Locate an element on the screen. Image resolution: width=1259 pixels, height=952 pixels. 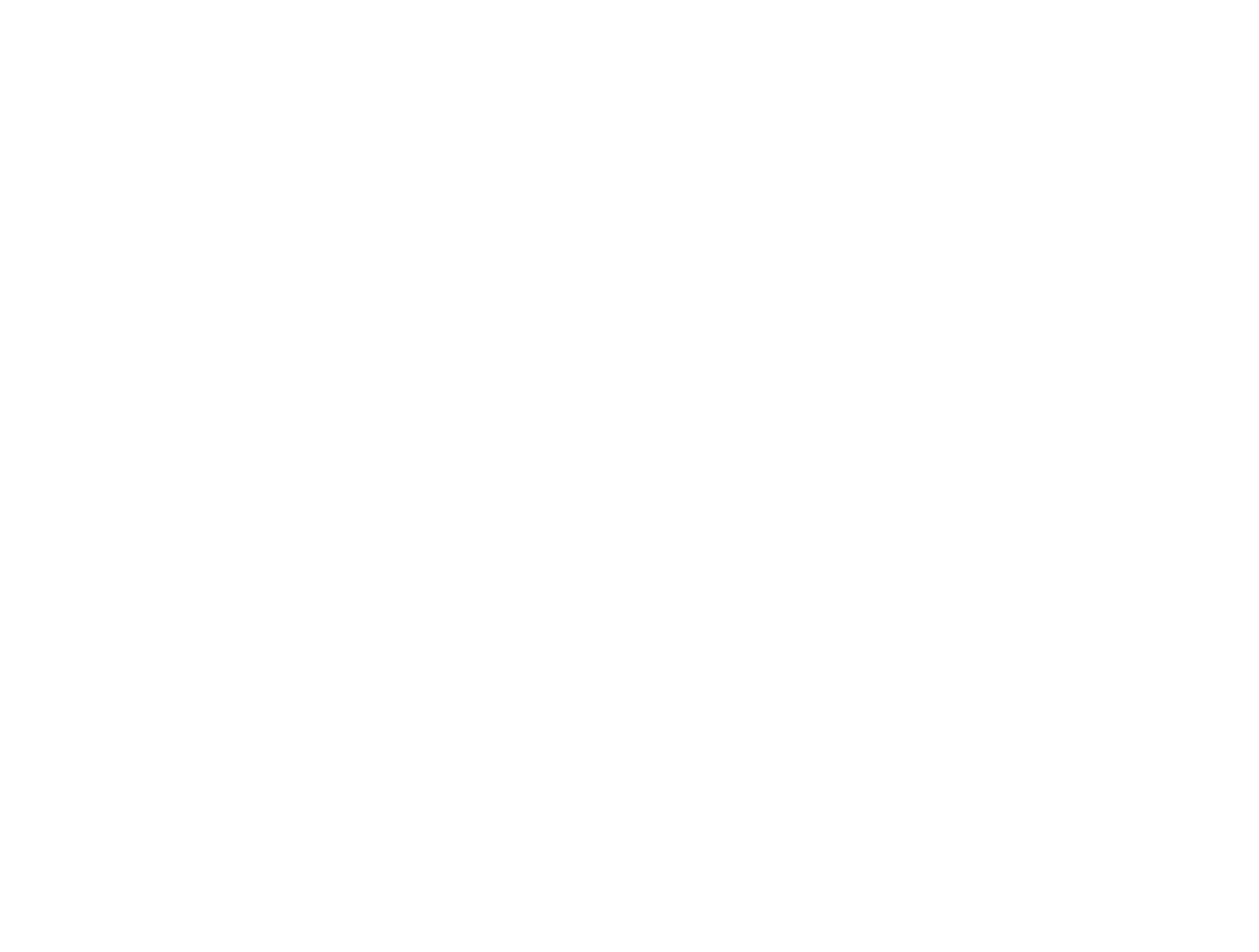
'Single Tie Down Kit' is located at coordinates (353, 934).